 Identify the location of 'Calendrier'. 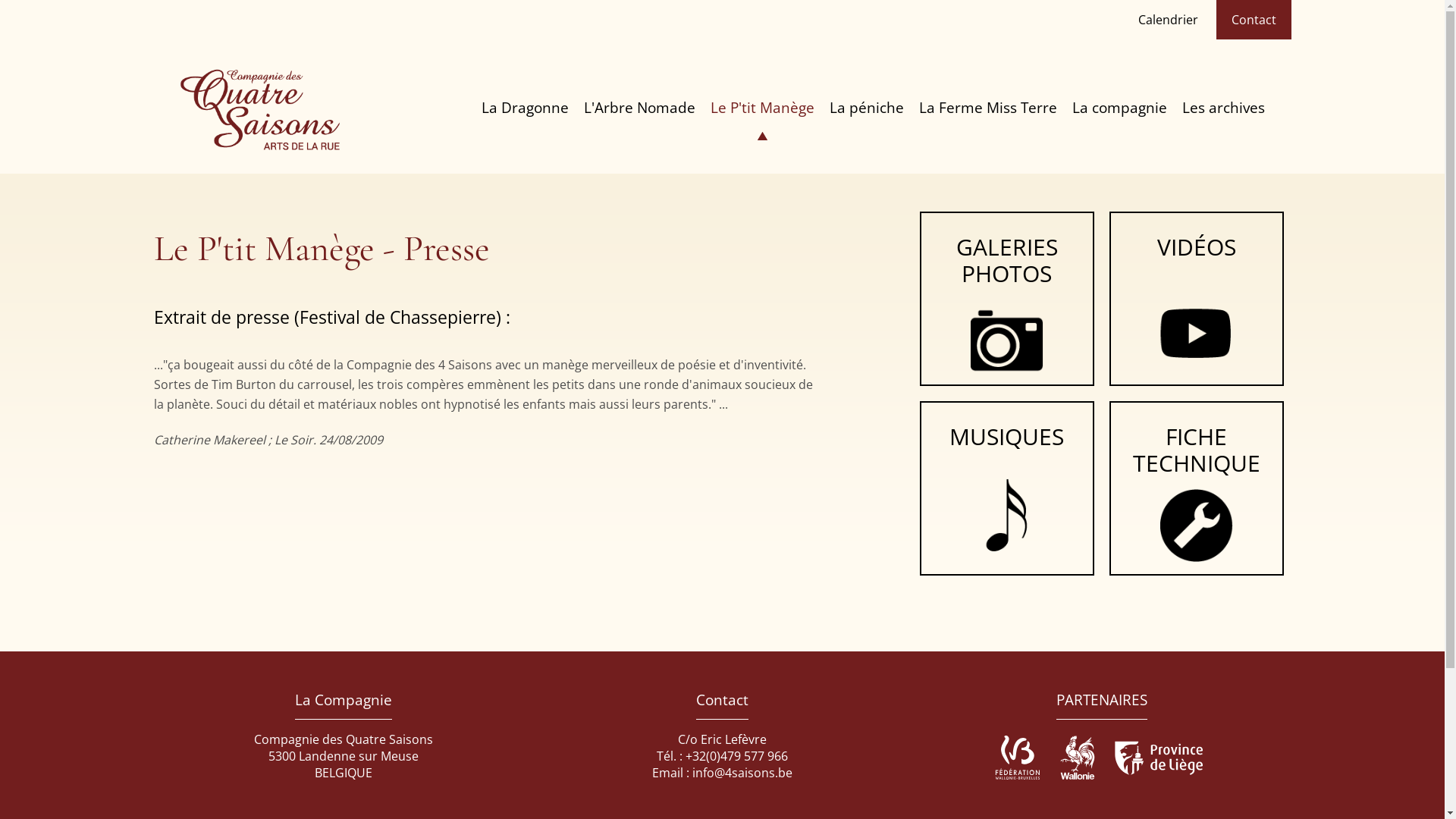
(1166, 20).